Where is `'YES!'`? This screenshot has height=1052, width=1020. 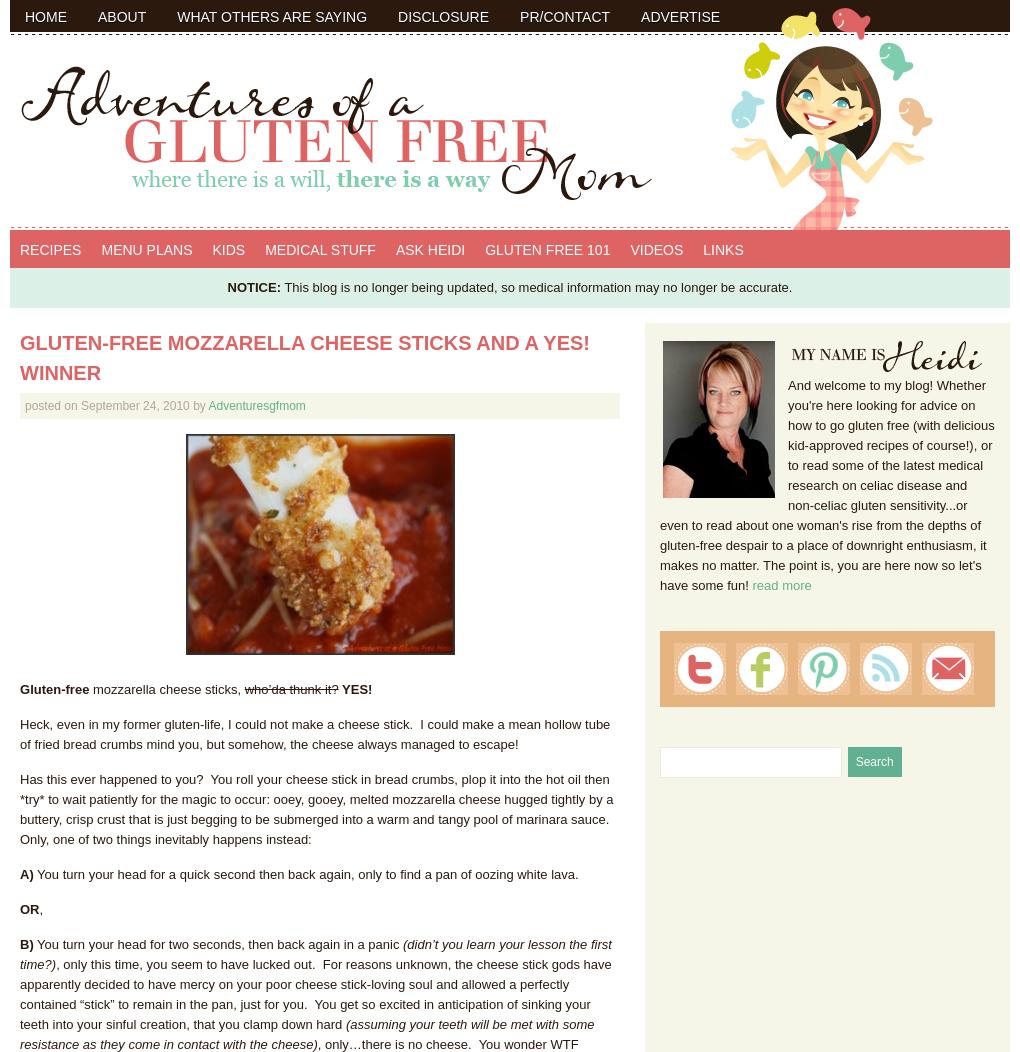 'YES!' is located at coordinates (353, 687).